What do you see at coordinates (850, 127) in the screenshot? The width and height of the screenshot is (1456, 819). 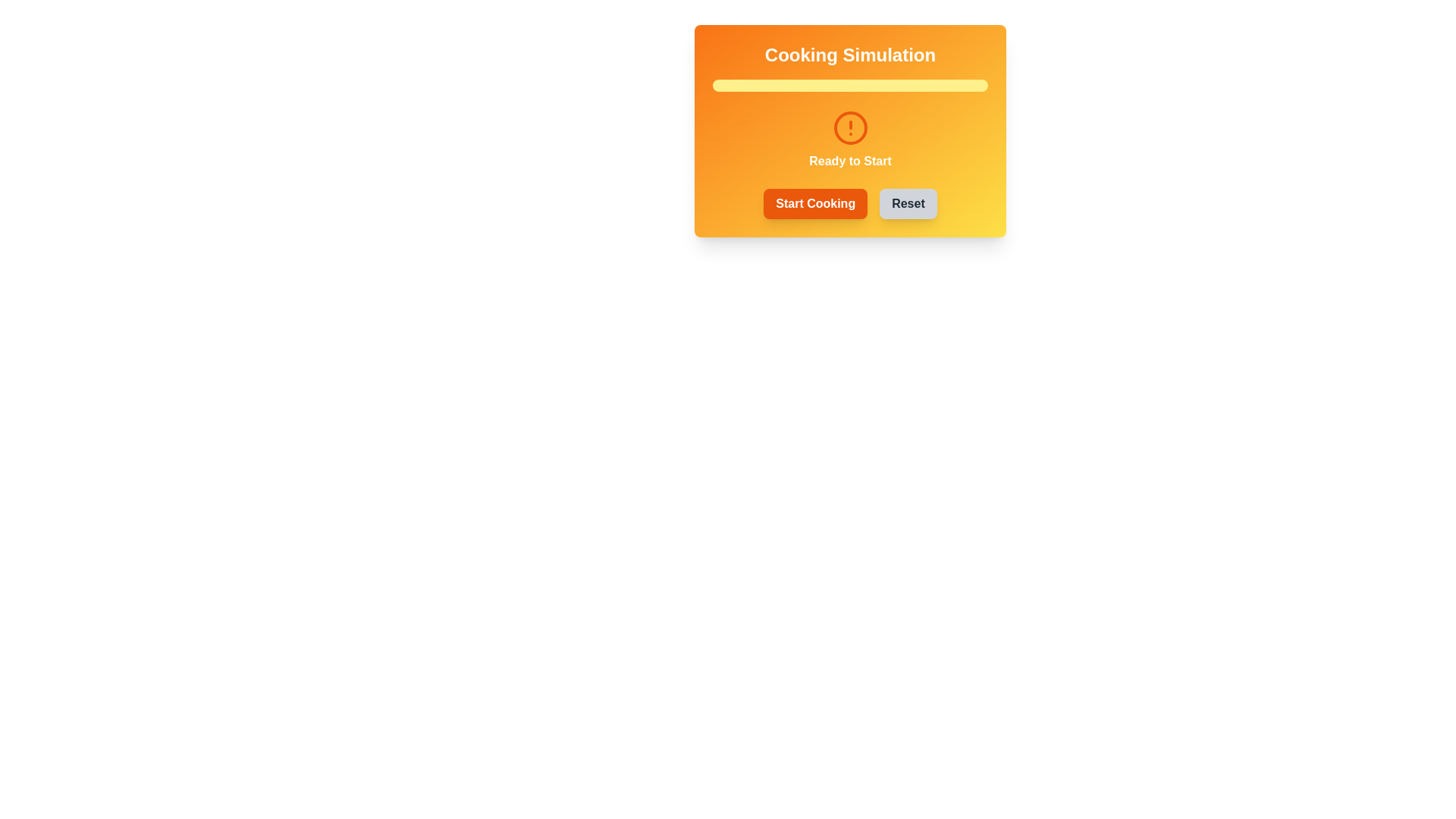 I see `the circular part of the alert icon located in the top-center of the orange-yellow gradient card, which is above the 'Ready to Start' label and the buttons labeled 'Start Cooking' and 'Reset'` at bounding box center [850, 127].